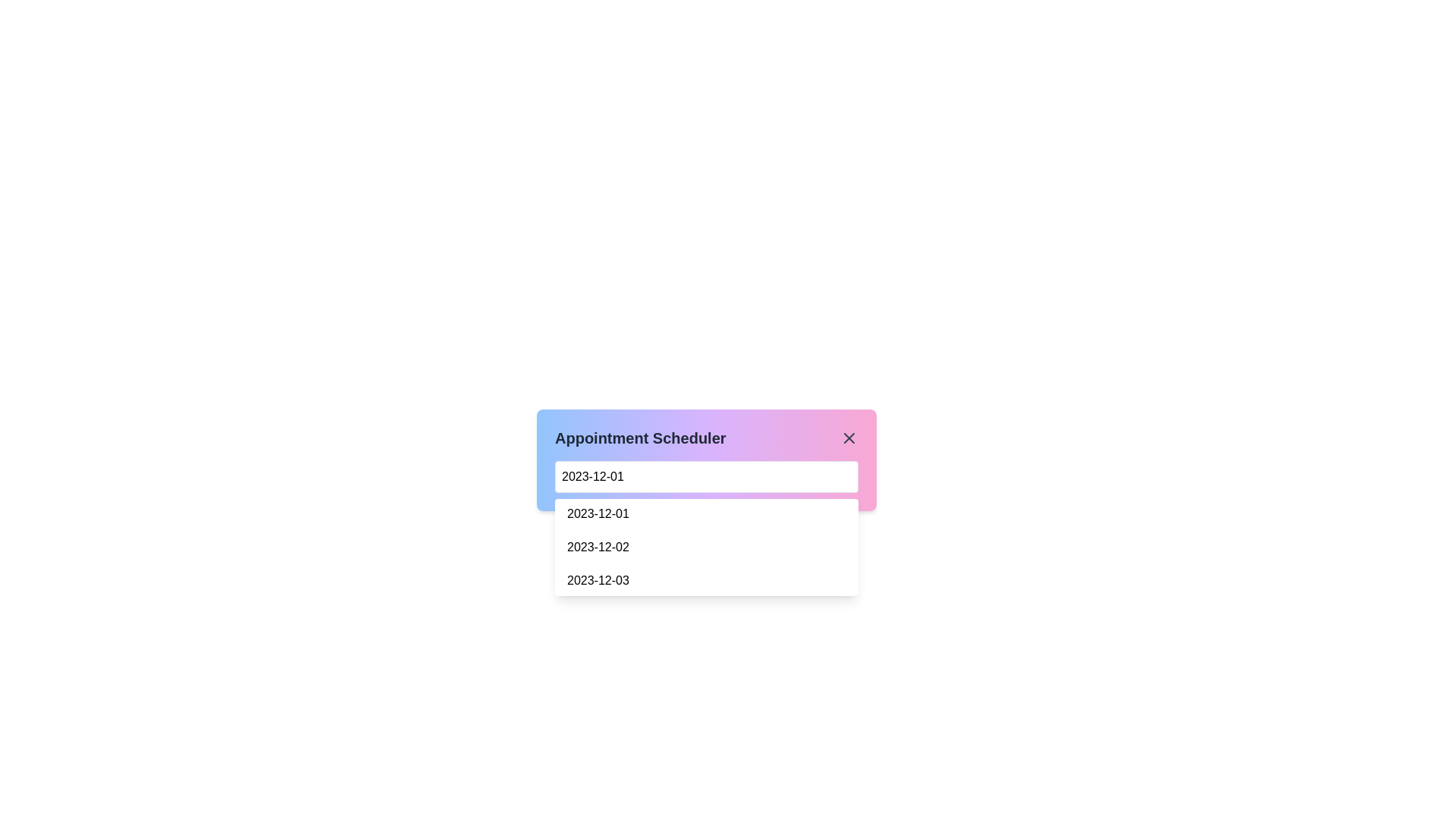  What do you see at coordinates (705, 580) in the screenshot?
I see `the selectable date entry for '2023-12-03' in the dropdown list under 'Appointment Scheduler'` at bounding box center [705, 580].